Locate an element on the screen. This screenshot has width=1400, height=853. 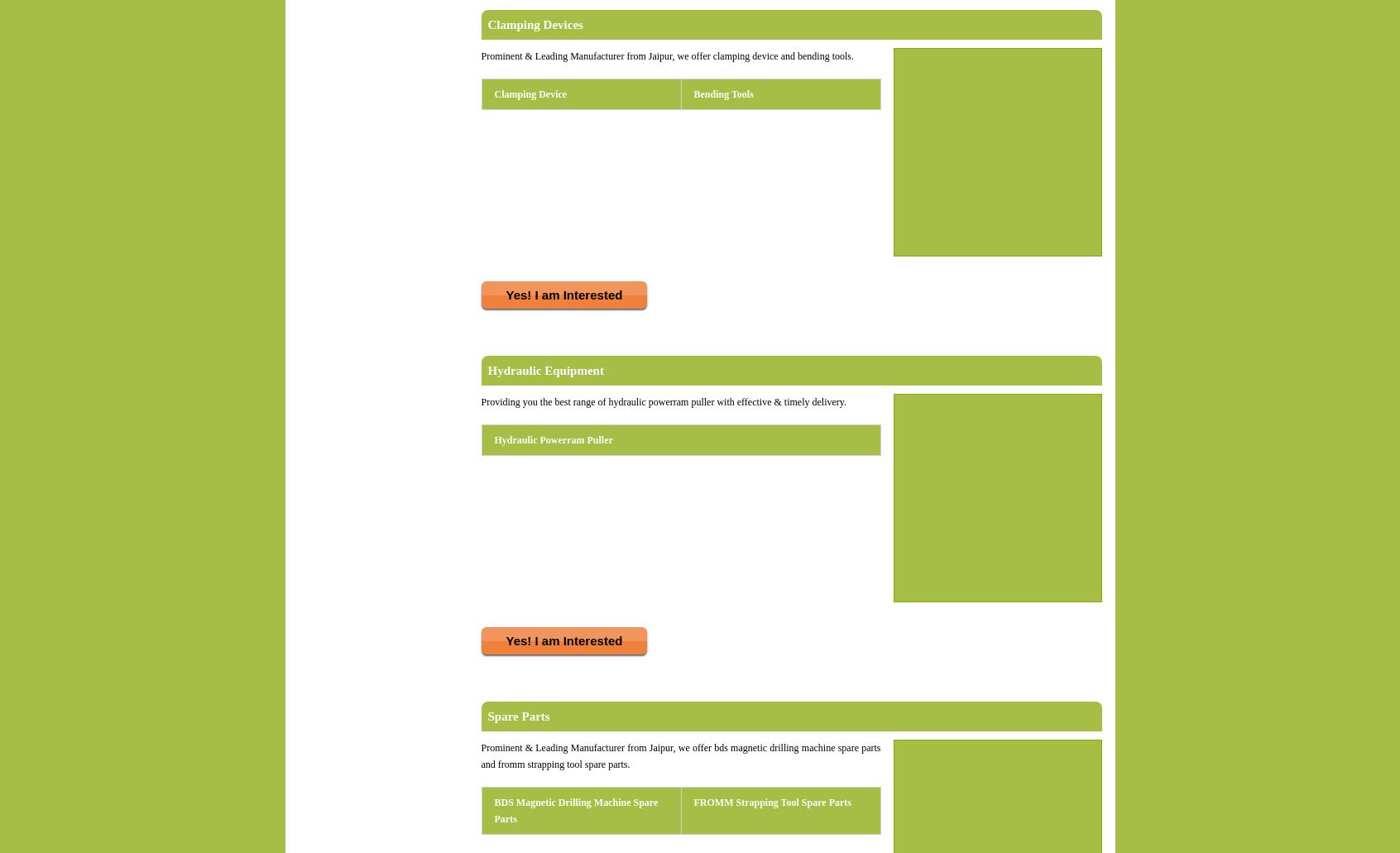
'Clamping Device' is located at coordinates (530, 93).